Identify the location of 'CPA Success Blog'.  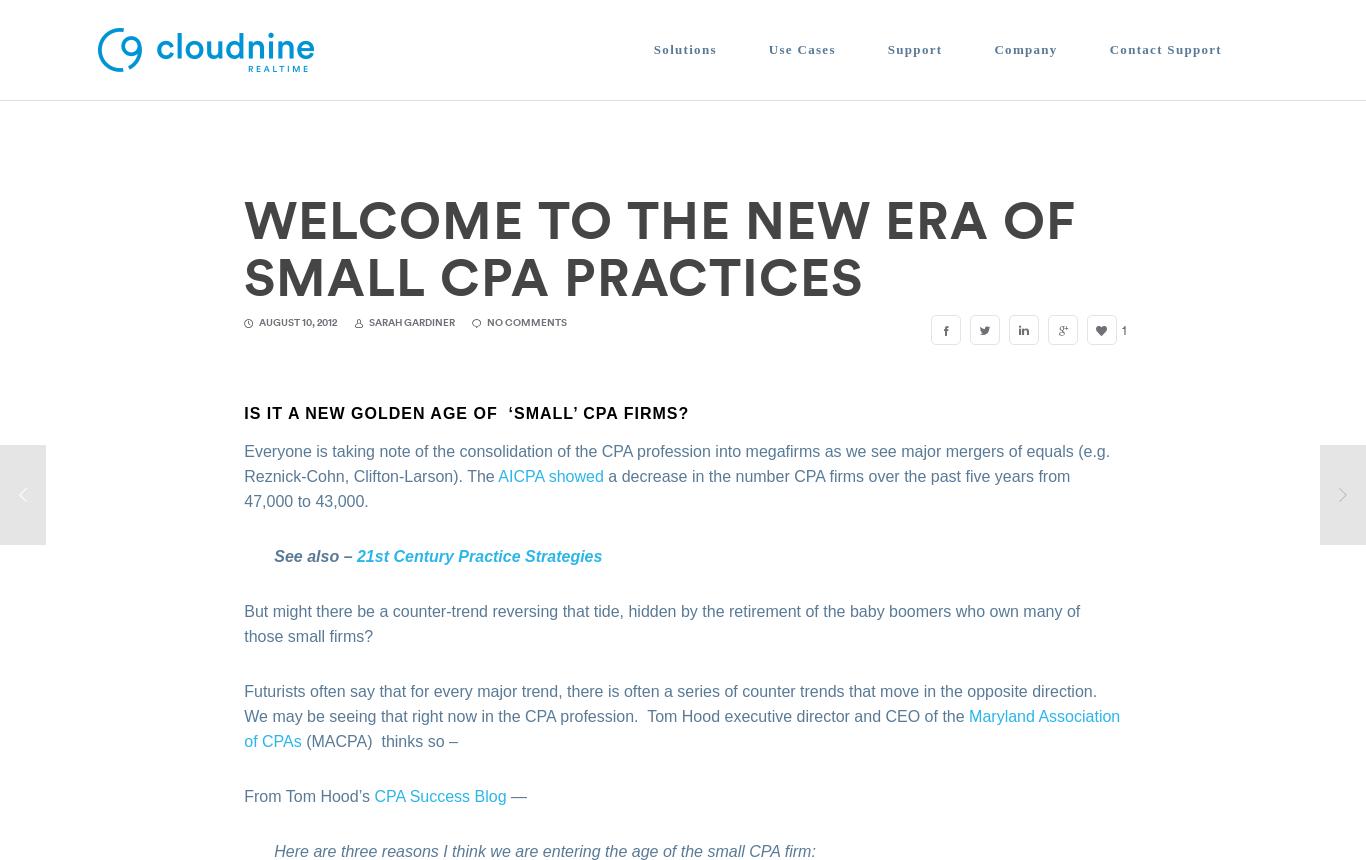
(438, 795).